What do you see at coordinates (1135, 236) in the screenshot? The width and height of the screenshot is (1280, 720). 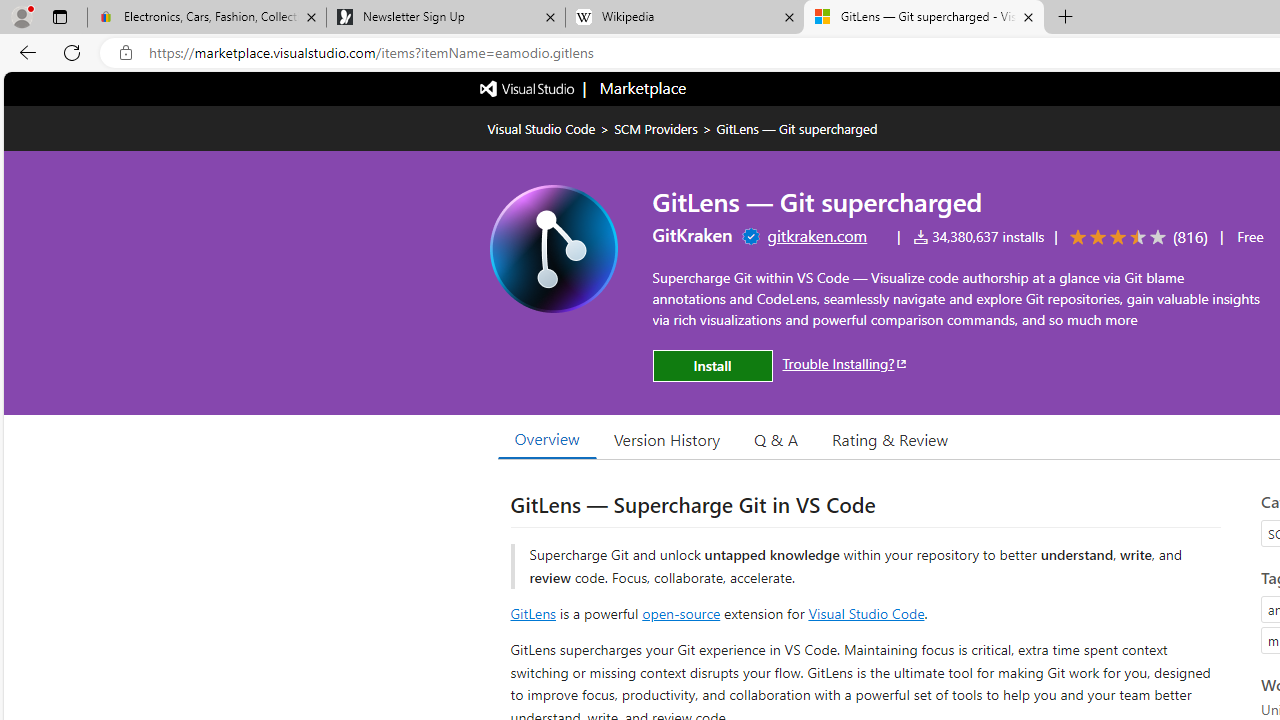 I see `'Average rating: 3.7 out of 5. Navigate to user reviews.'` at bounding box center [1135, 236].